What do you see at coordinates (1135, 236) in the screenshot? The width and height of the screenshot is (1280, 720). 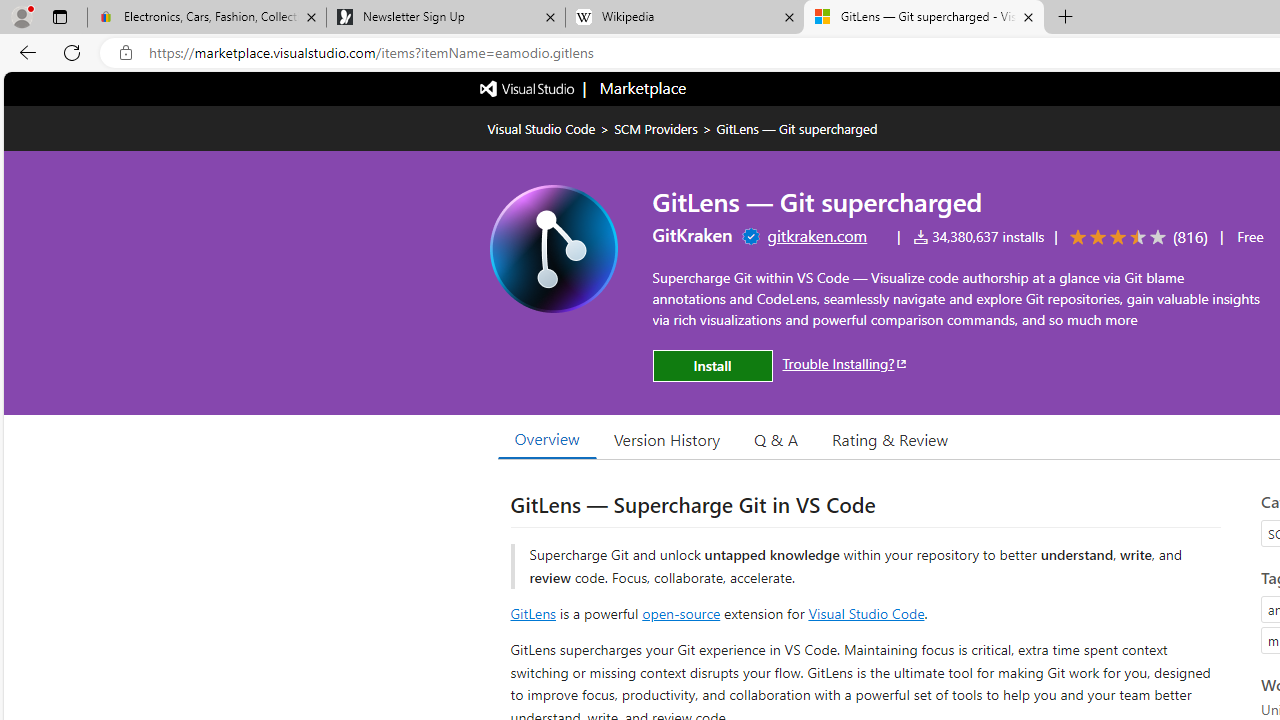 I see `'Average rating: 3.7 out of 5. Navigate to user reviews.'` at bounding box center [1135, 236].